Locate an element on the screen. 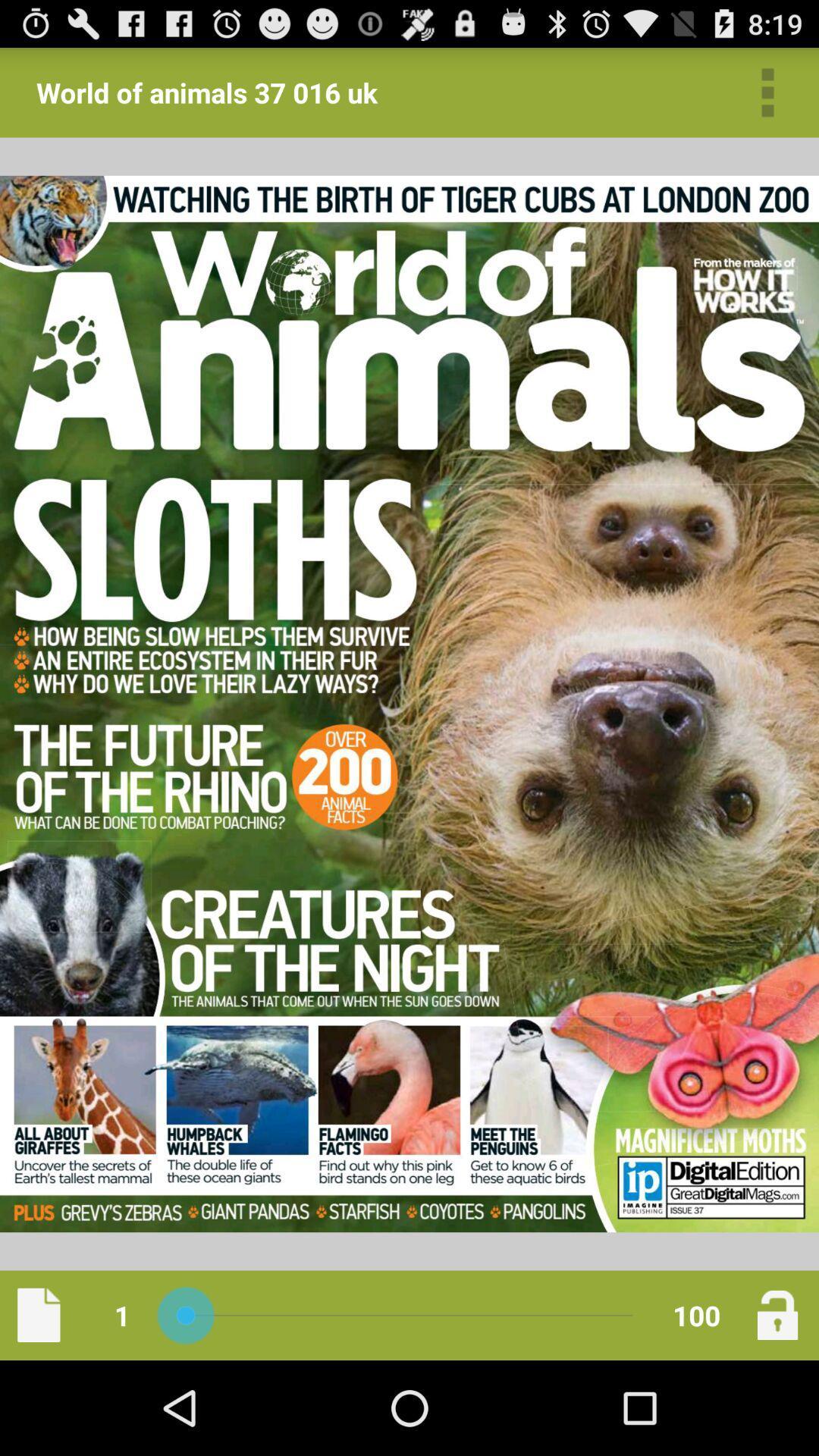 The width and height of the screenshot is (819, 1456). the app next to 100 app is located at coordinates (777, 1314).